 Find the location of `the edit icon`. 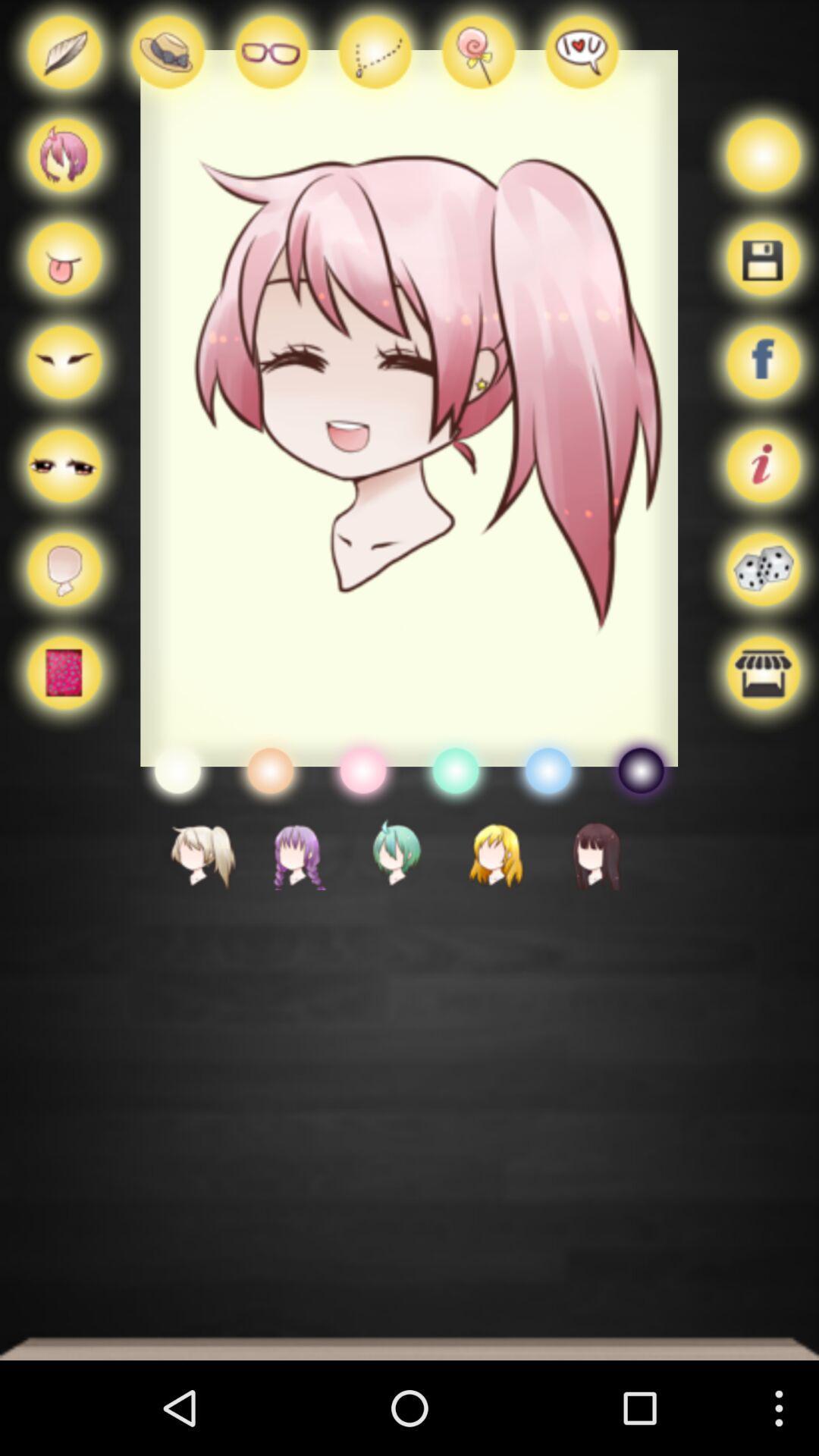

the edit icon is located at coordinates (63, 61).